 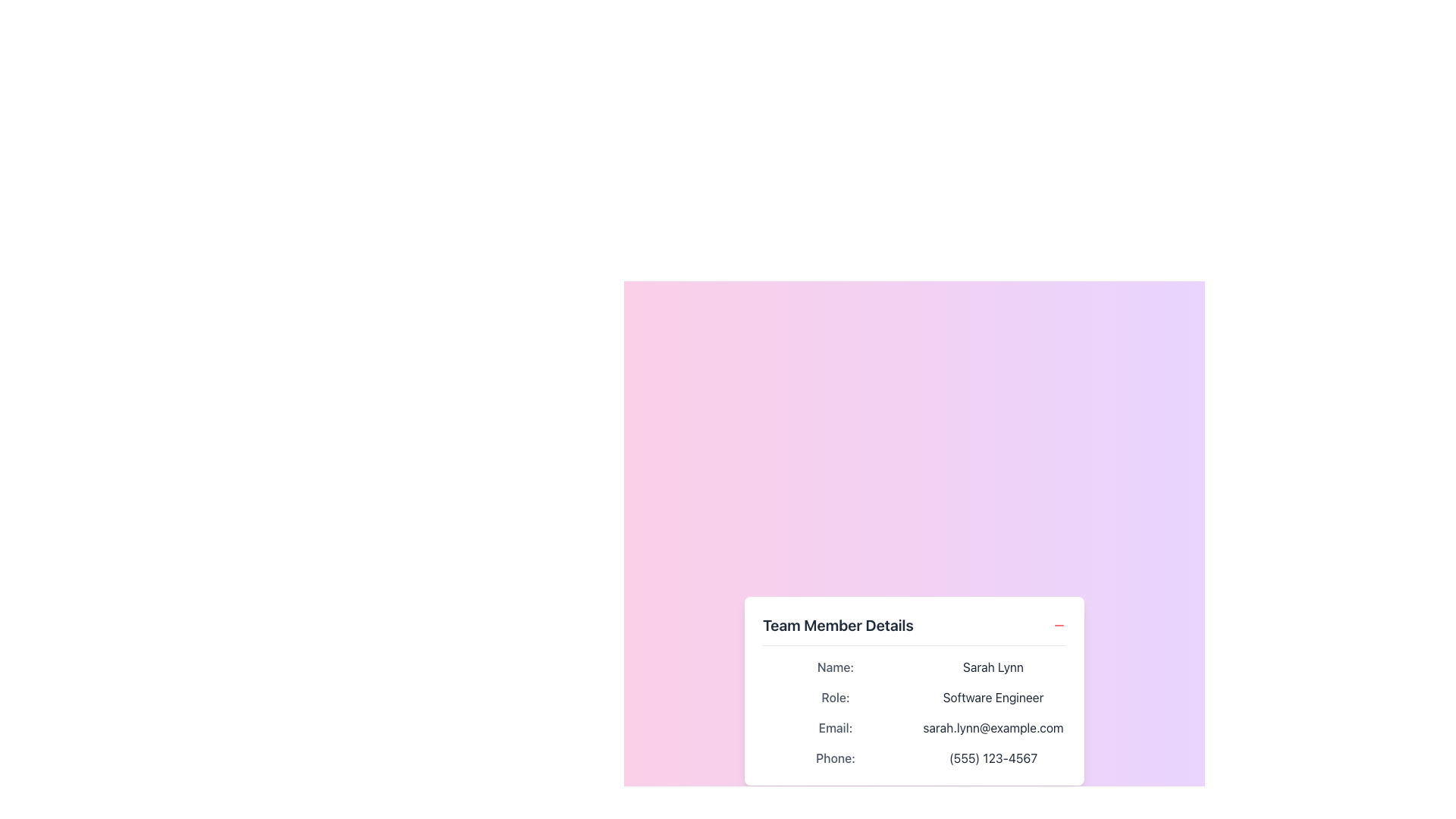 What do you see at coordinates (835, 696) in the screenshot?
I see `the Text label that describes the role of the team member, positioned below the 'Name:' label and above the 'Email:' label in the grid layout` at bounding box center [835, 696].